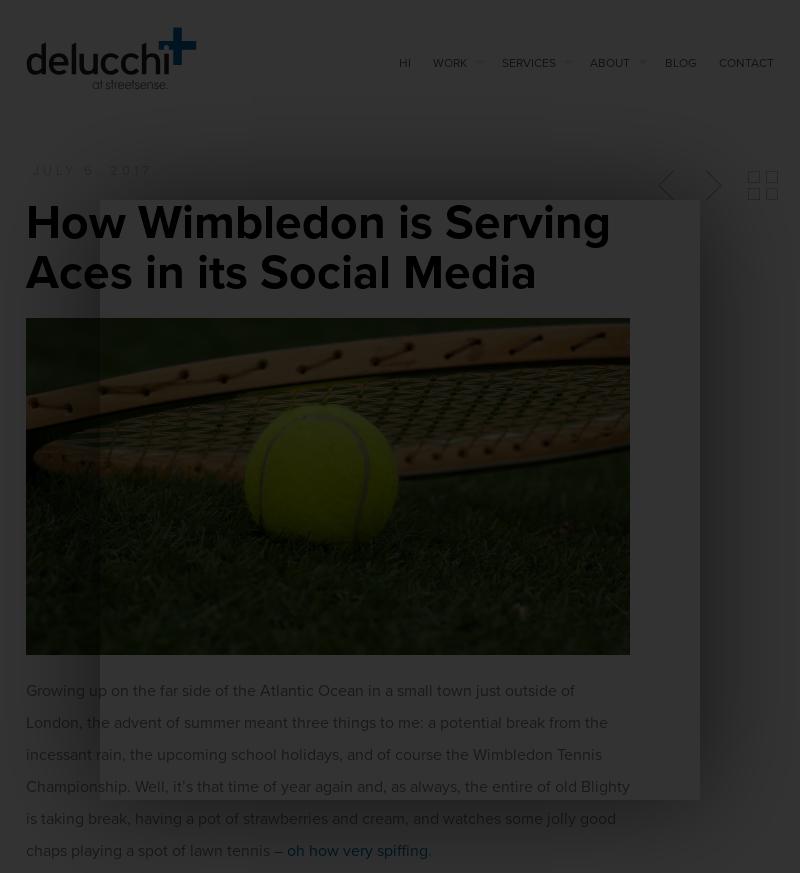 This screenshot has width=800, height=873. What do you see at coordinates (93, 171) in the screenshot?
I see `'July 6, 2017'` at bounding box center [93, 171].